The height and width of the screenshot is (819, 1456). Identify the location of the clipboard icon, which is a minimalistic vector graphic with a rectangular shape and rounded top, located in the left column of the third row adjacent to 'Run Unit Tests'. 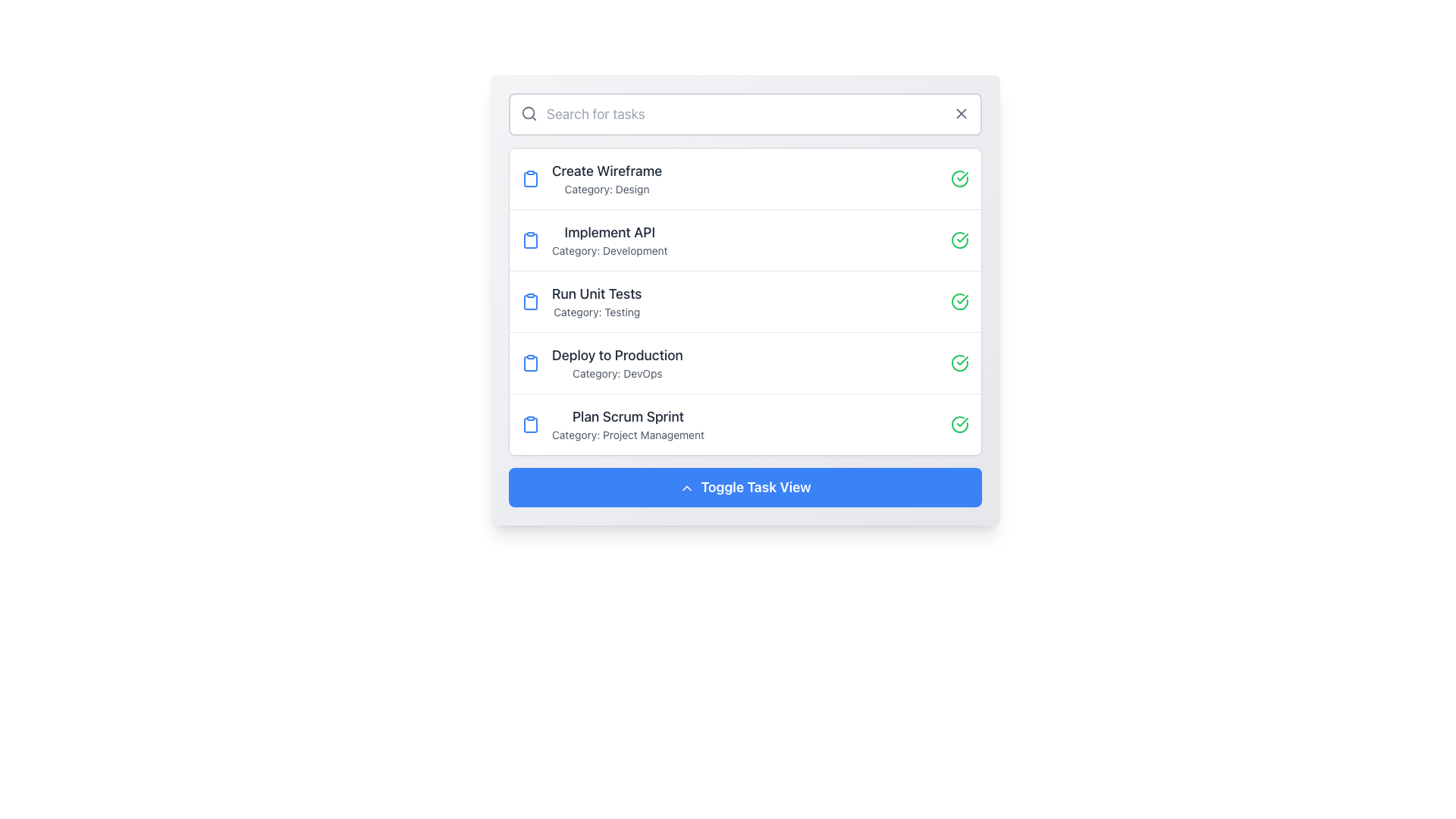
(531, 302).